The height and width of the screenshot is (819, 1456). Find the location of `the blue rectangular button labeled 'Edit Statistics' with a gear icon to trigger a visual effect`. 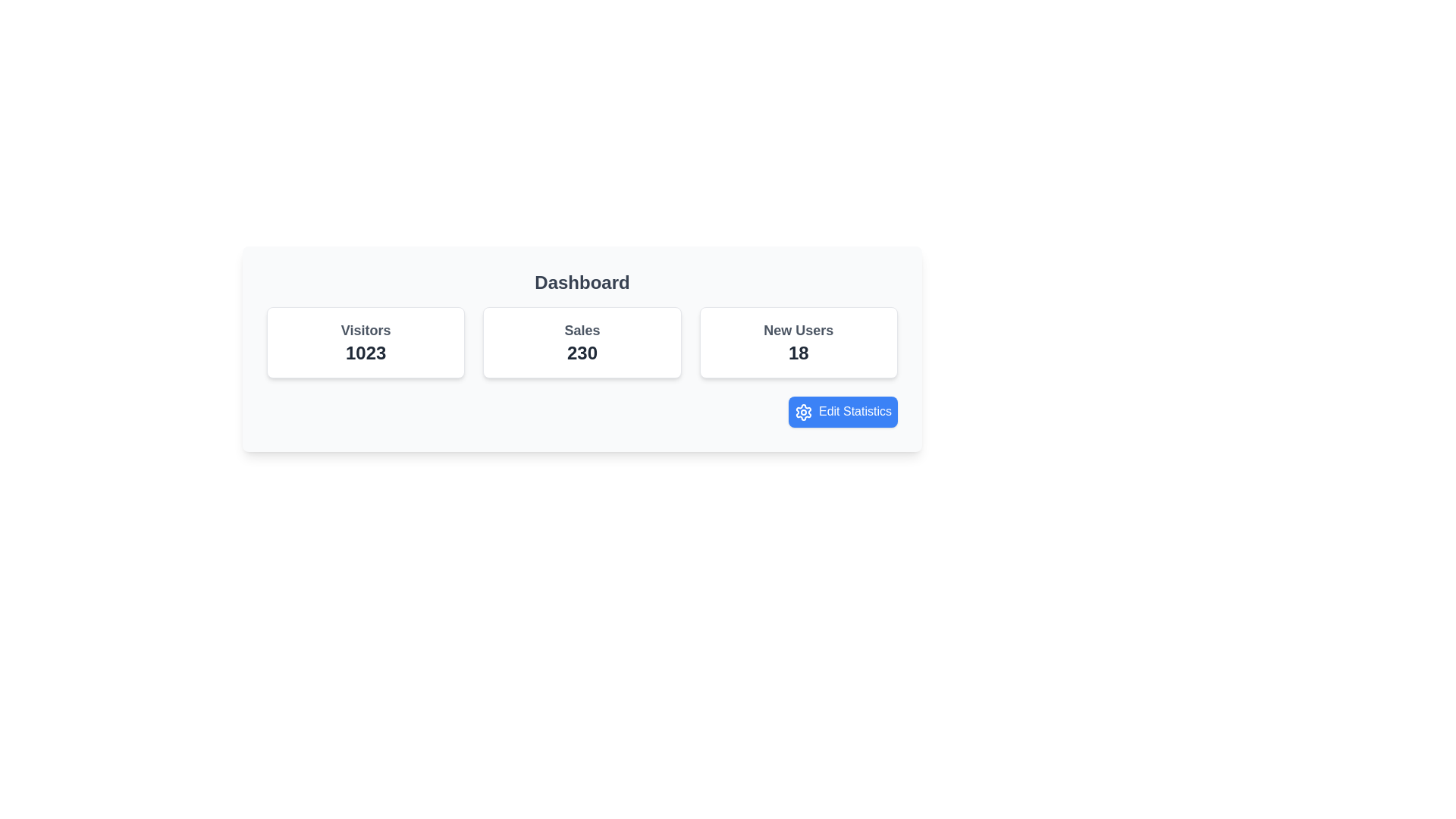

the blue rectangular button labeled 'Edit Statistics' with a gear icon to trigger a visual effect is located at coordinates (842, 412).